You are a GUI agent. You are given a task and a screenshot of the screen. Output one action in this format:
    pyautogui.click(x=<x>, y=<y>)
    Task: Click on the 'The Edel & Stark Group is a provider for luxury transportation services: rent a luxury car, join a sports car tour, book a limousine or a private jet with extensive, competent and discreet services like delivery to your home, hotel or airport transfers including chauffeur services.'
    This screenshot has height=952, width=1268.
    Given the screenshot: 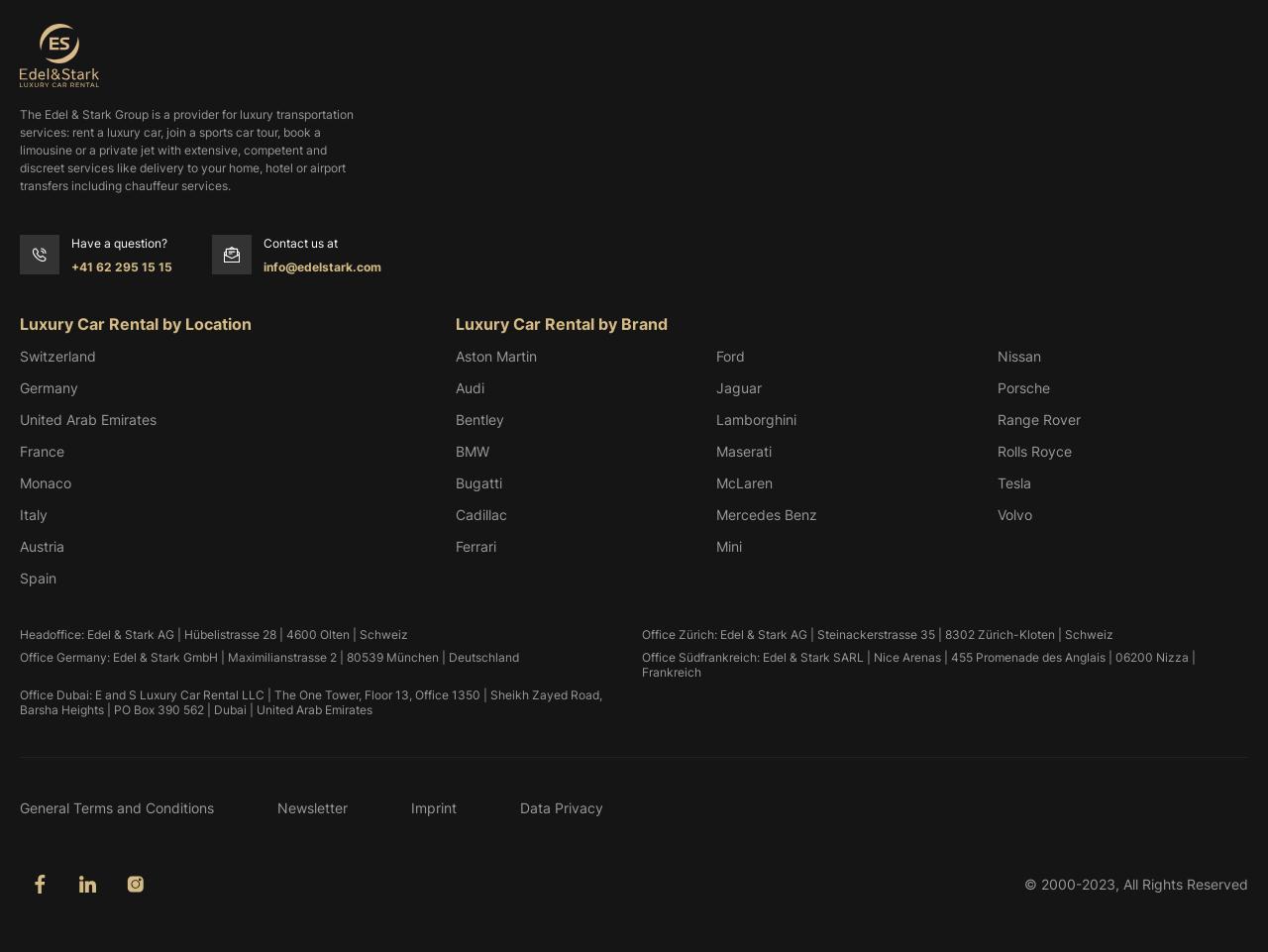 What is the action you would take?
    pyautogui.click(x=19, y=148)
    